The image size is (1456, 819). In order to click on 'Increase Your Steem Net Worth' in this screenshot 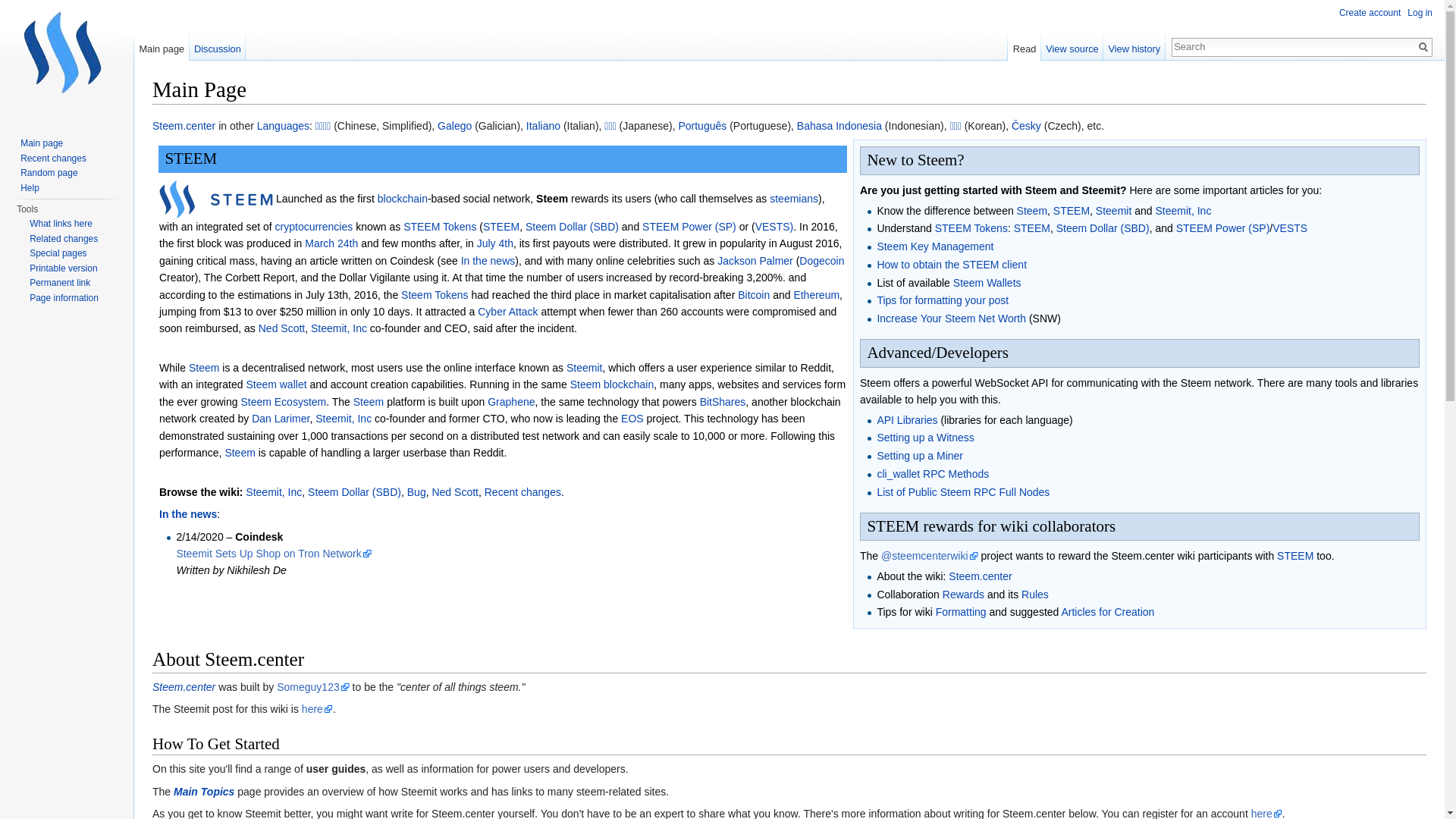, I will do `click(950, 318)`.